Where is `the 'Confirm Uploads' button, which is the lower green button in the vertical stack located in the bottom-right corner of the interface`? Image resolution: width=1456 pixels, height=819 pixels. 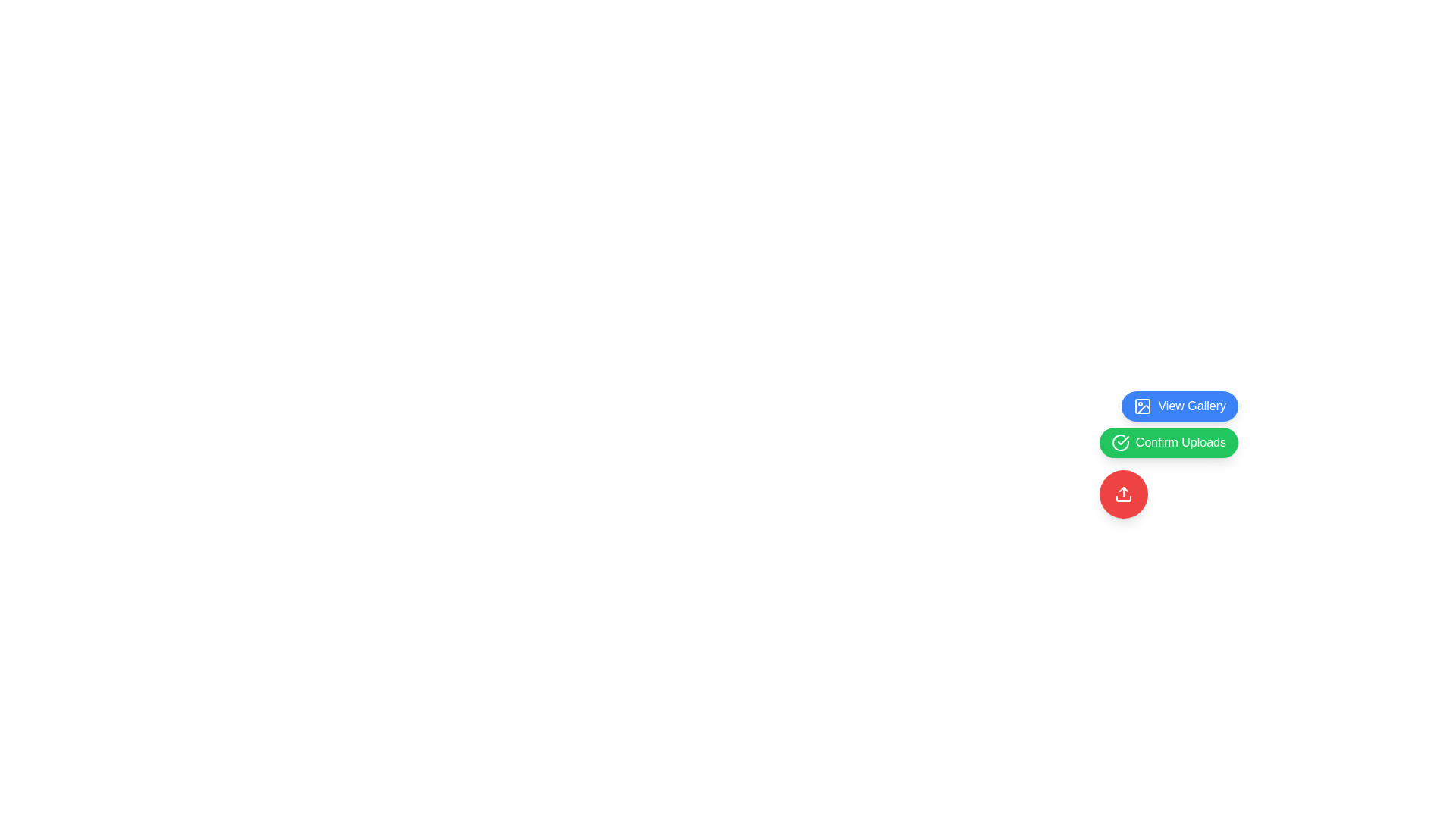
the 'Confirm Uploads' button, which is the lower green button in the vertical stack located in the bottom-right corner of the interface is located at coordinates (1168, 424).